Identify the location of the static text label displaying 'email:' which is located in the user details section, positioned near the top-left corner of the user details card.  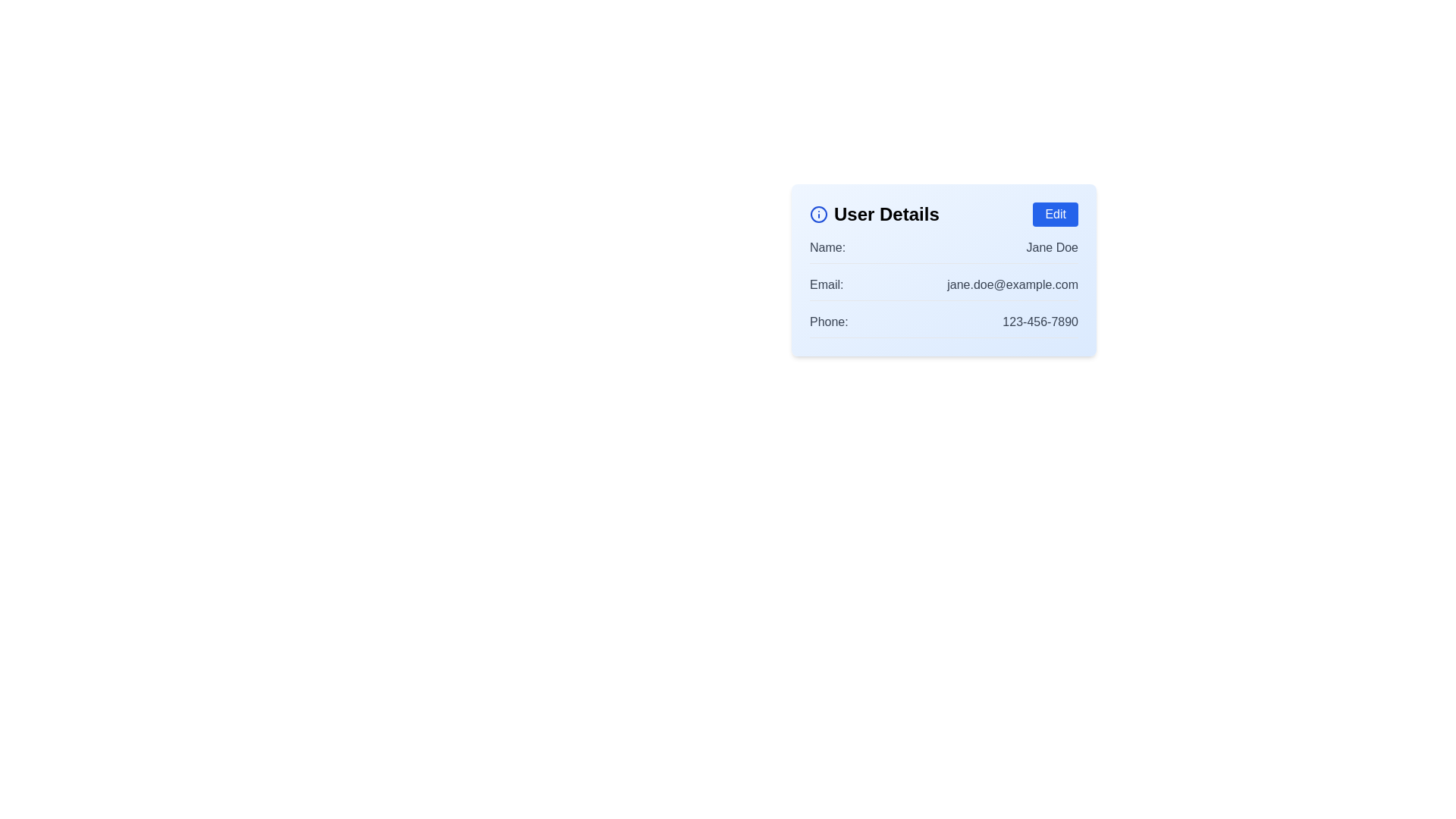
(826, 284).